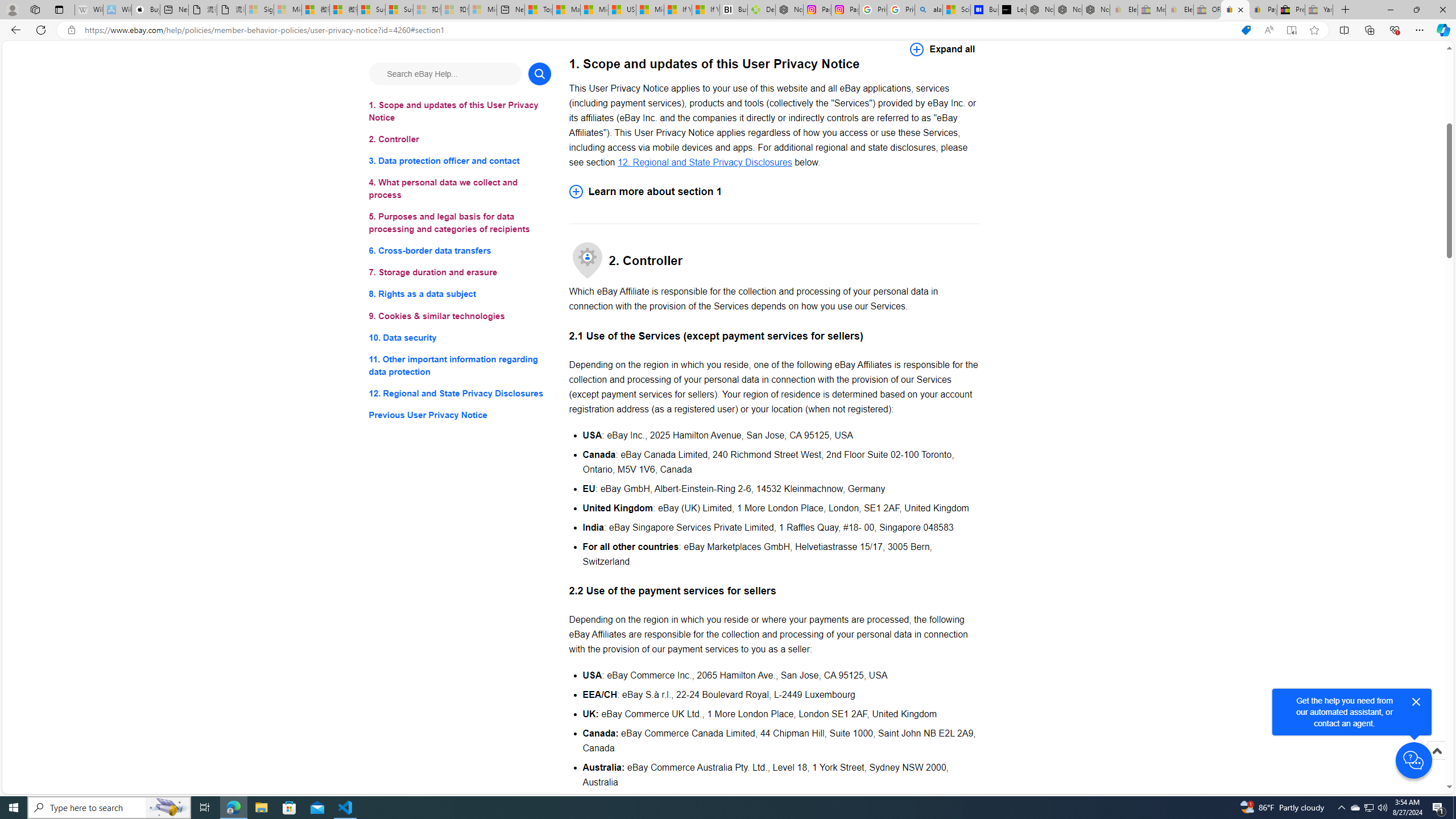  Describe the element at coordinates (459, 139) in the screenshot. I see `'2. Controller'` at that location.